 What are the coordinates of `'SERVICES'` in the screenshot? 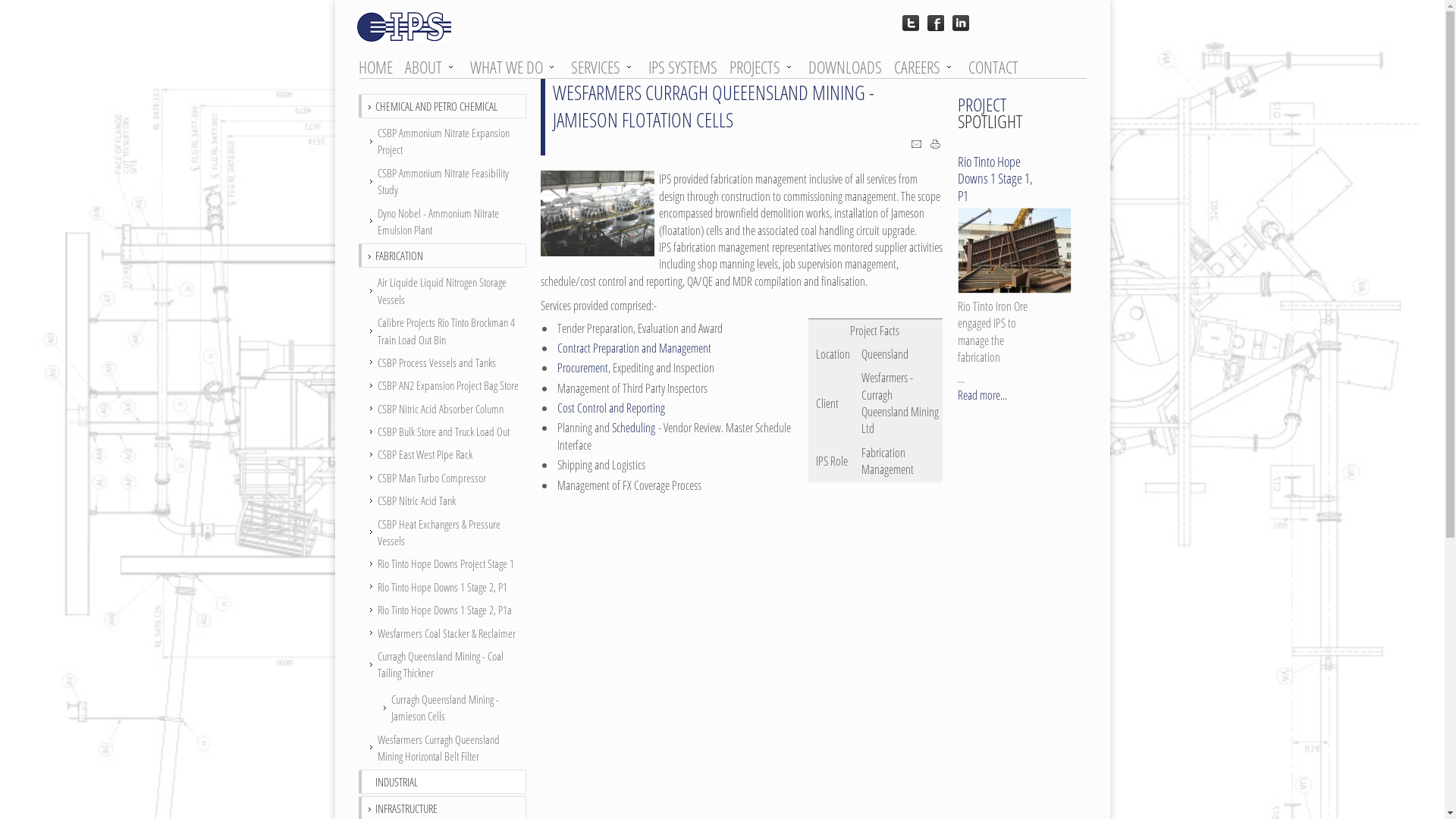 It's located at (601, 66).